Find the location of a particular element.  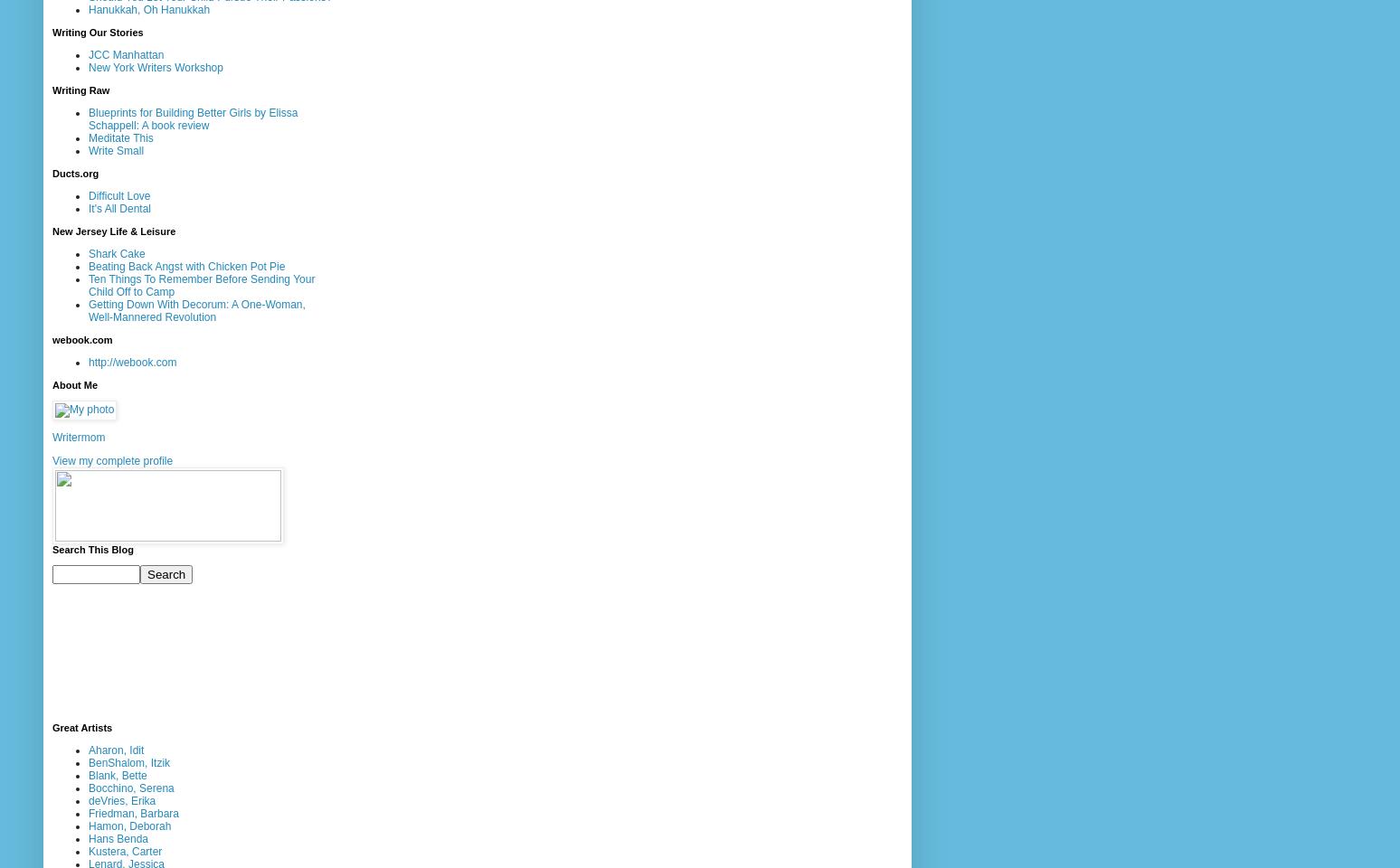

'Hanukkah, Oh Hanukkah' is located at coordinates (149, 7).